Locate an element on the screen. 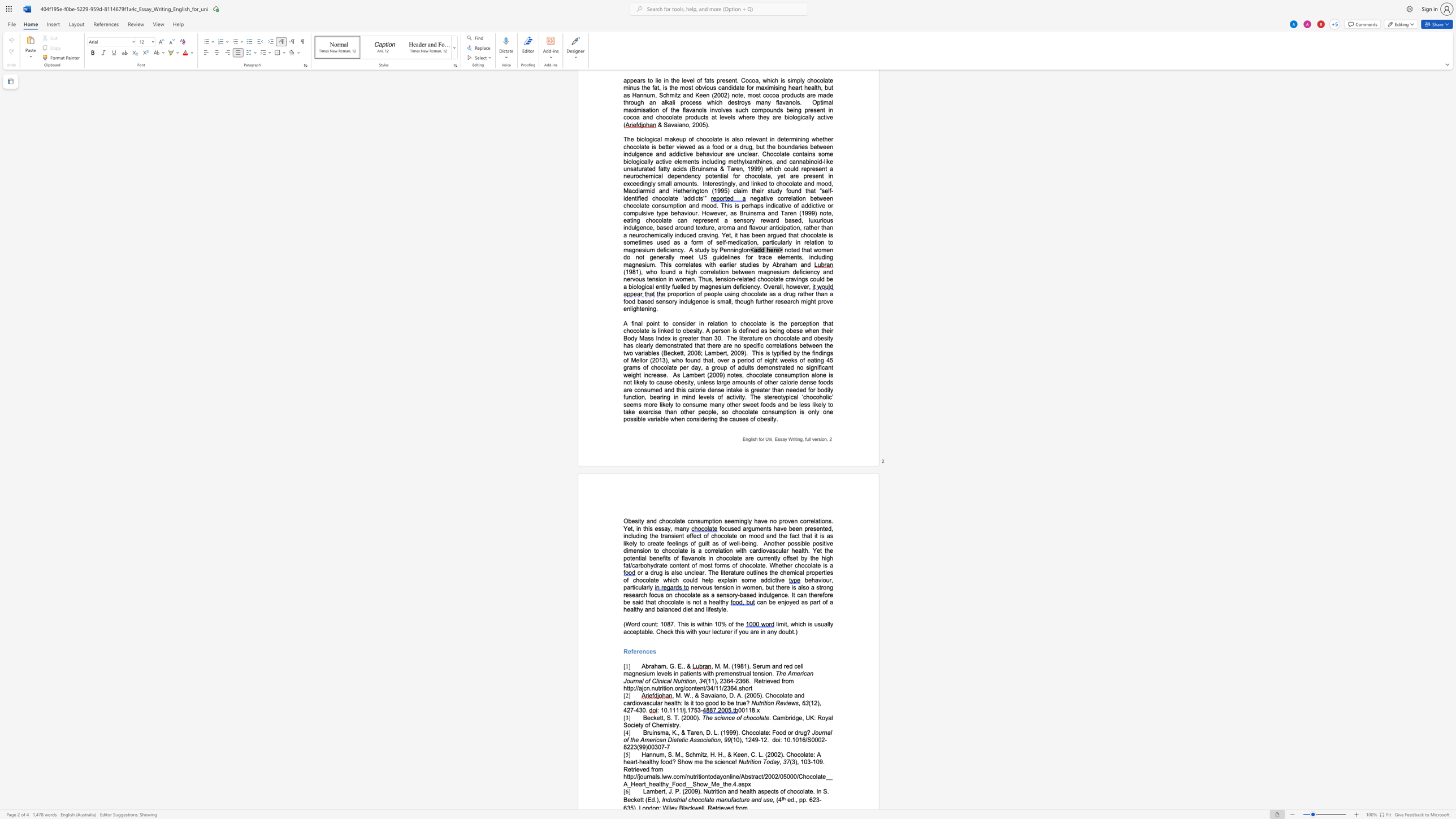 Image resolution: width=1456 pixels, height=819 pixels. the space between the continuous character "/" and "3" in the text is located at coordinates (707, 688).